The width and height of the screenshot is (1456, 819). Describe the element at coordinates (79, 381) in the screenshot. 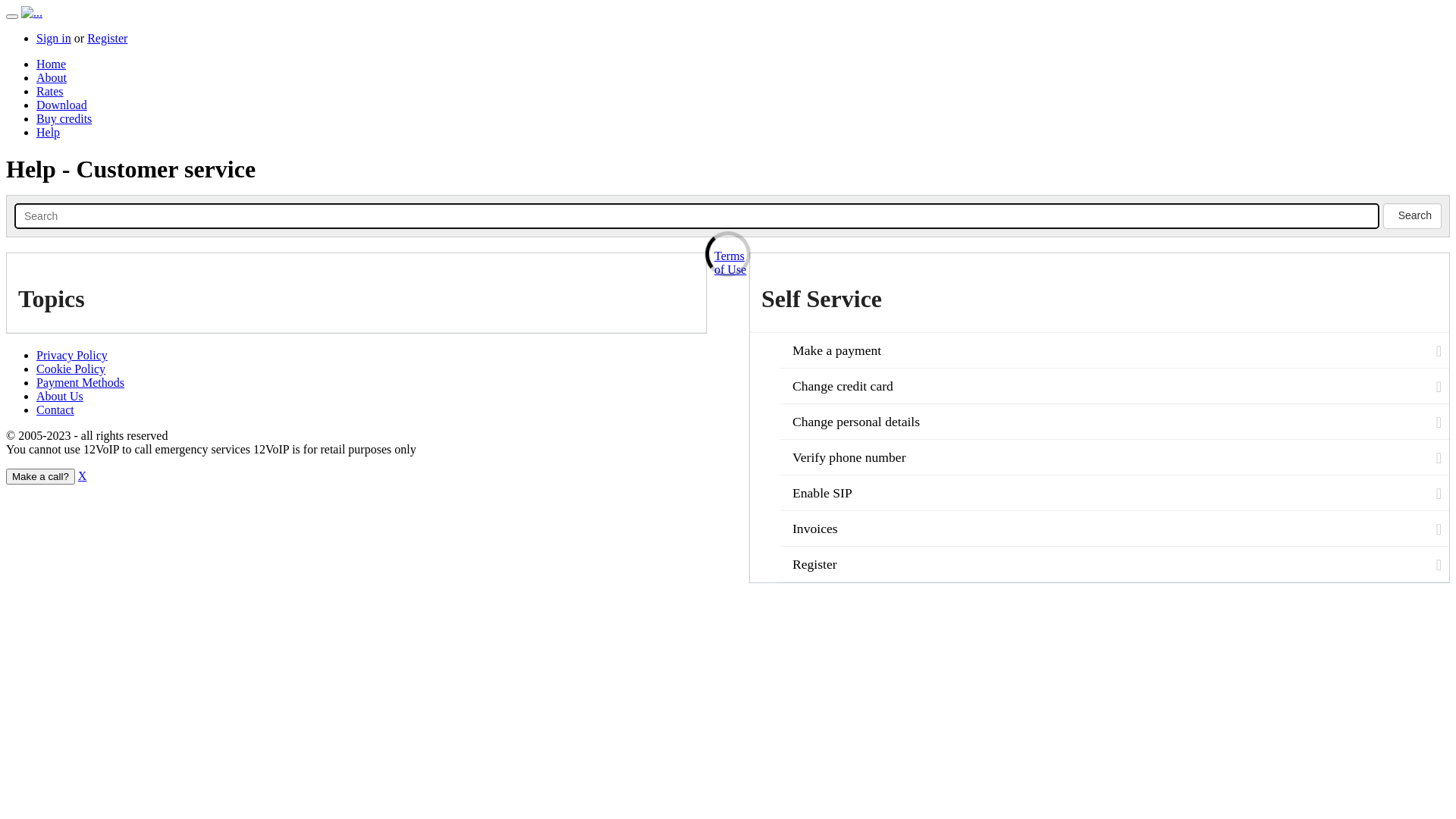

I see `'Payment Methods'` at that location.